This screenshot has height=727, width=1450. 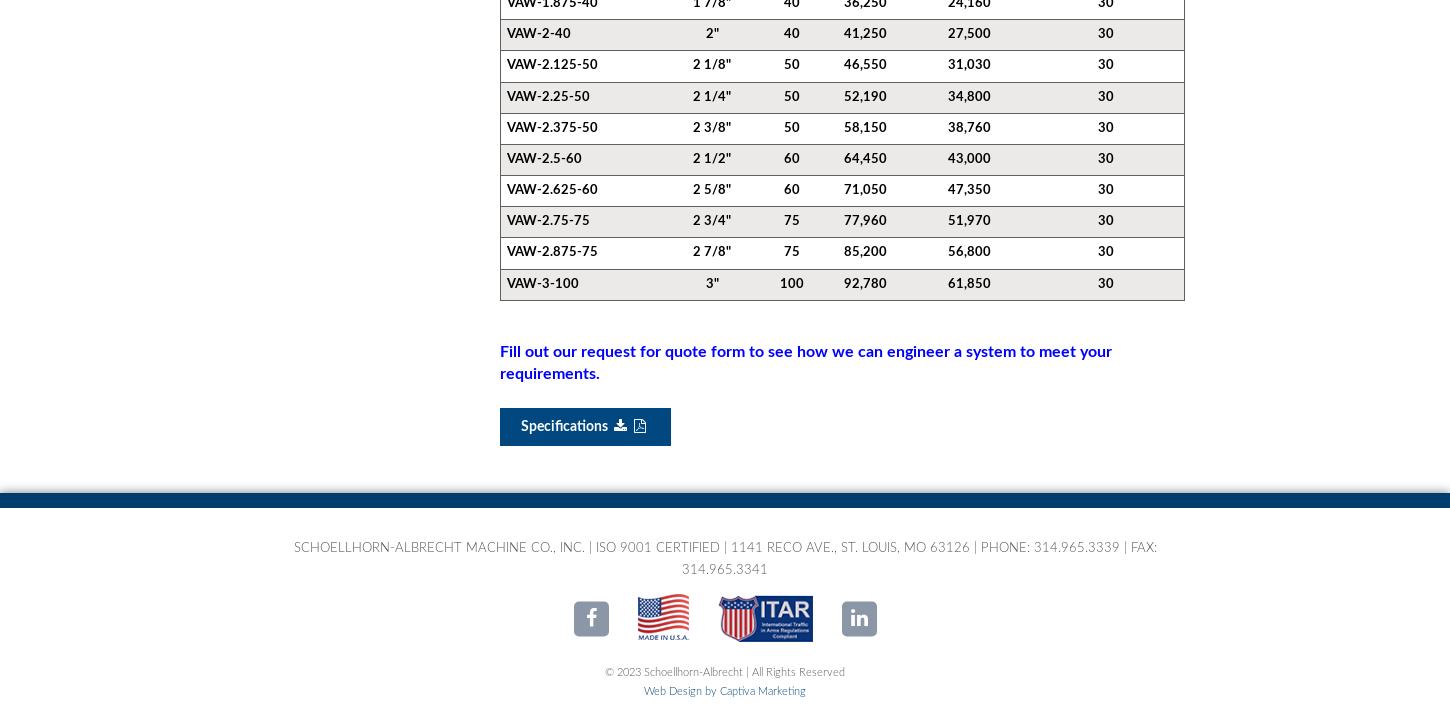 What do you see at coordinates (790, 34) in the screenshot?
I see `'40'` at bounding box center [790, 34].